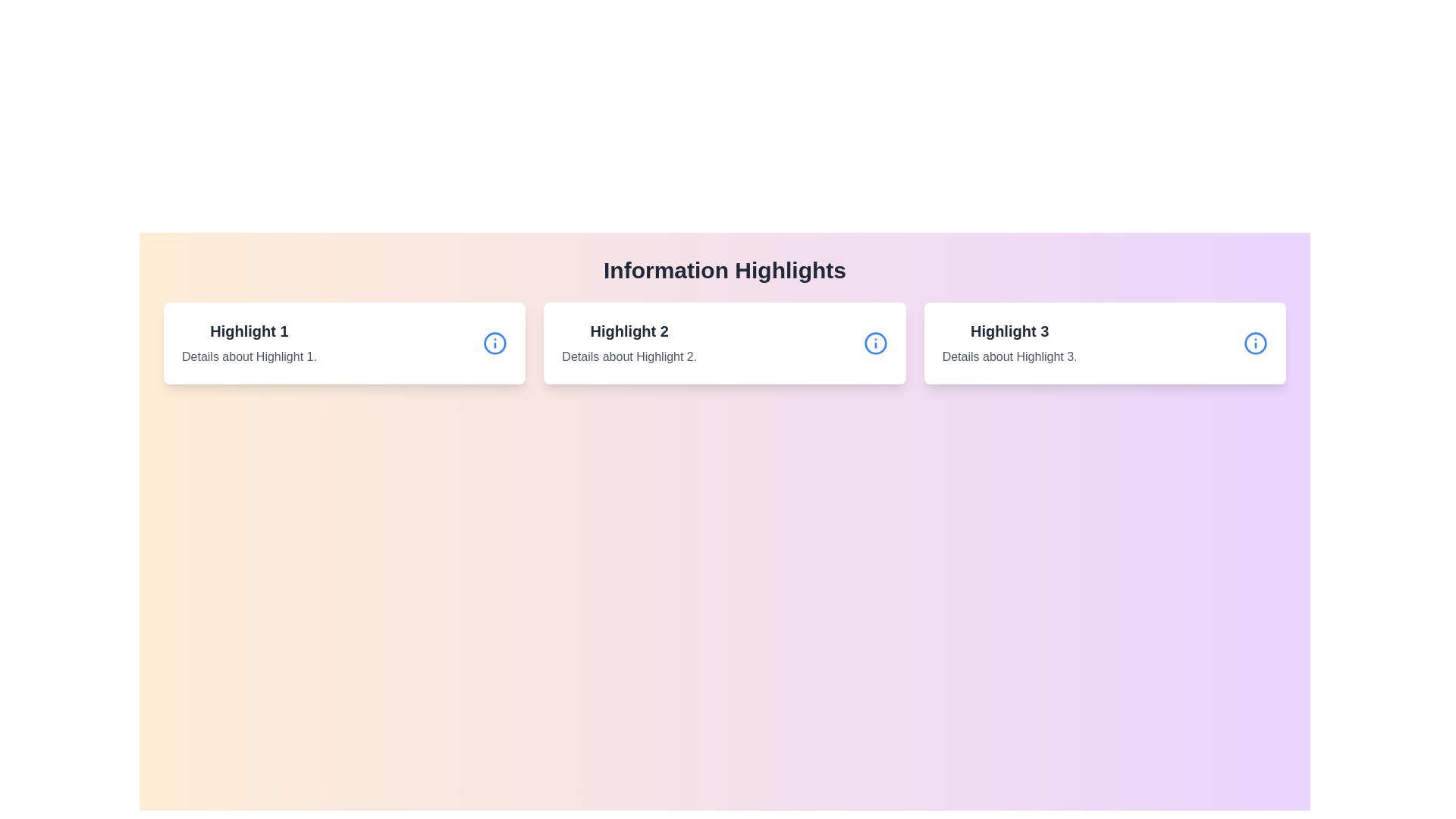  What do you see at coordinates (1009, 343) in the screenshot?
I see `title 'Highlight 3' and the description 'Details about Highlight 3.' from the card-like element positioned in the center of the interface, between 'Highlight 2' and an informational icon` at bounding box center [1009, 343].